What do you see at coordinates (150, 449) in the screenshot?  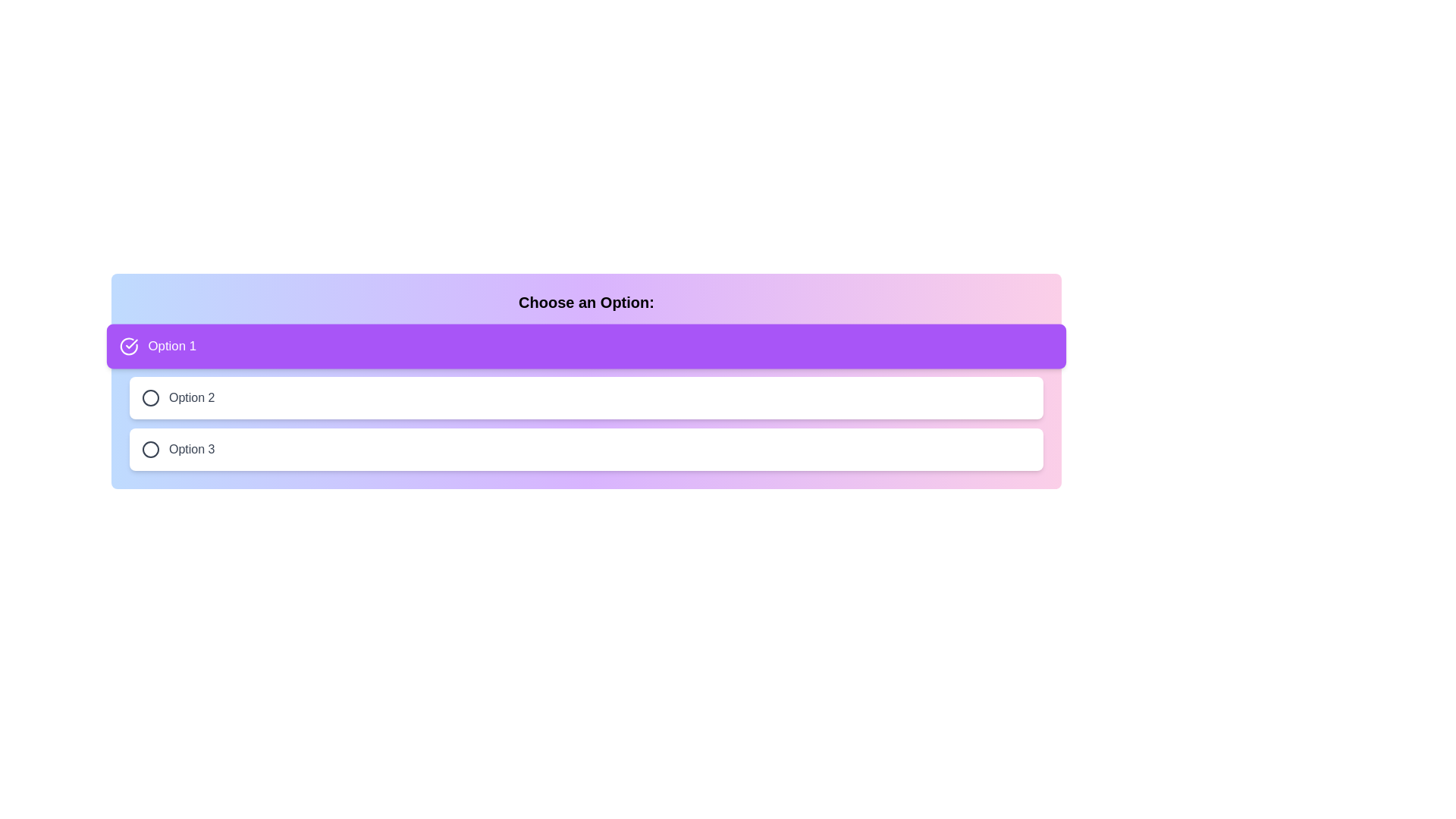 I see `the radio button indicator for 'Option 3'` at bounding box center [150, 449].